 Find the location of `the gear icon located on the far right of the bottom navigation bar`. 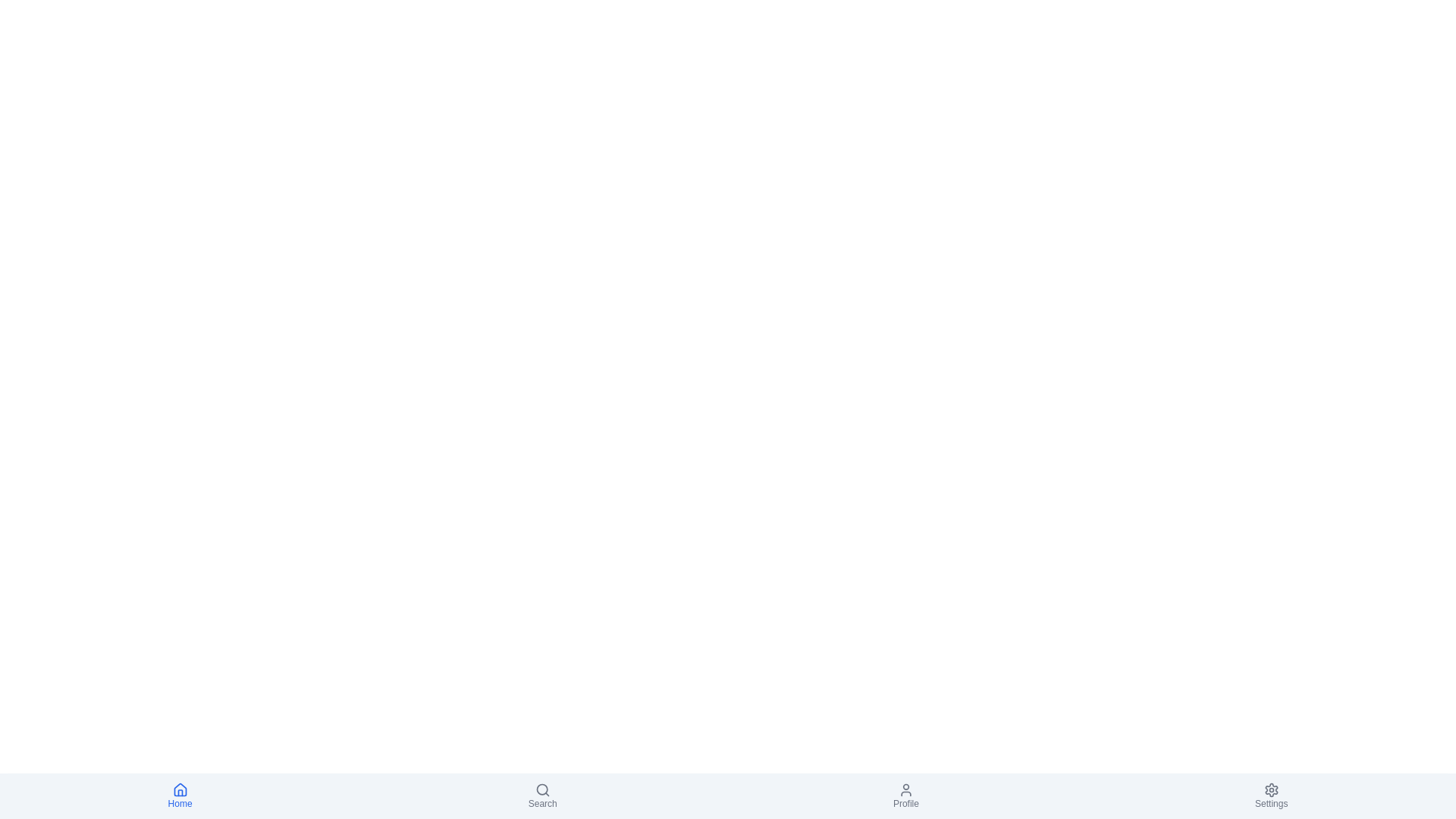

the gear icon located on the far right of the bottom navigation bar is located at coordinates (1271, 789).